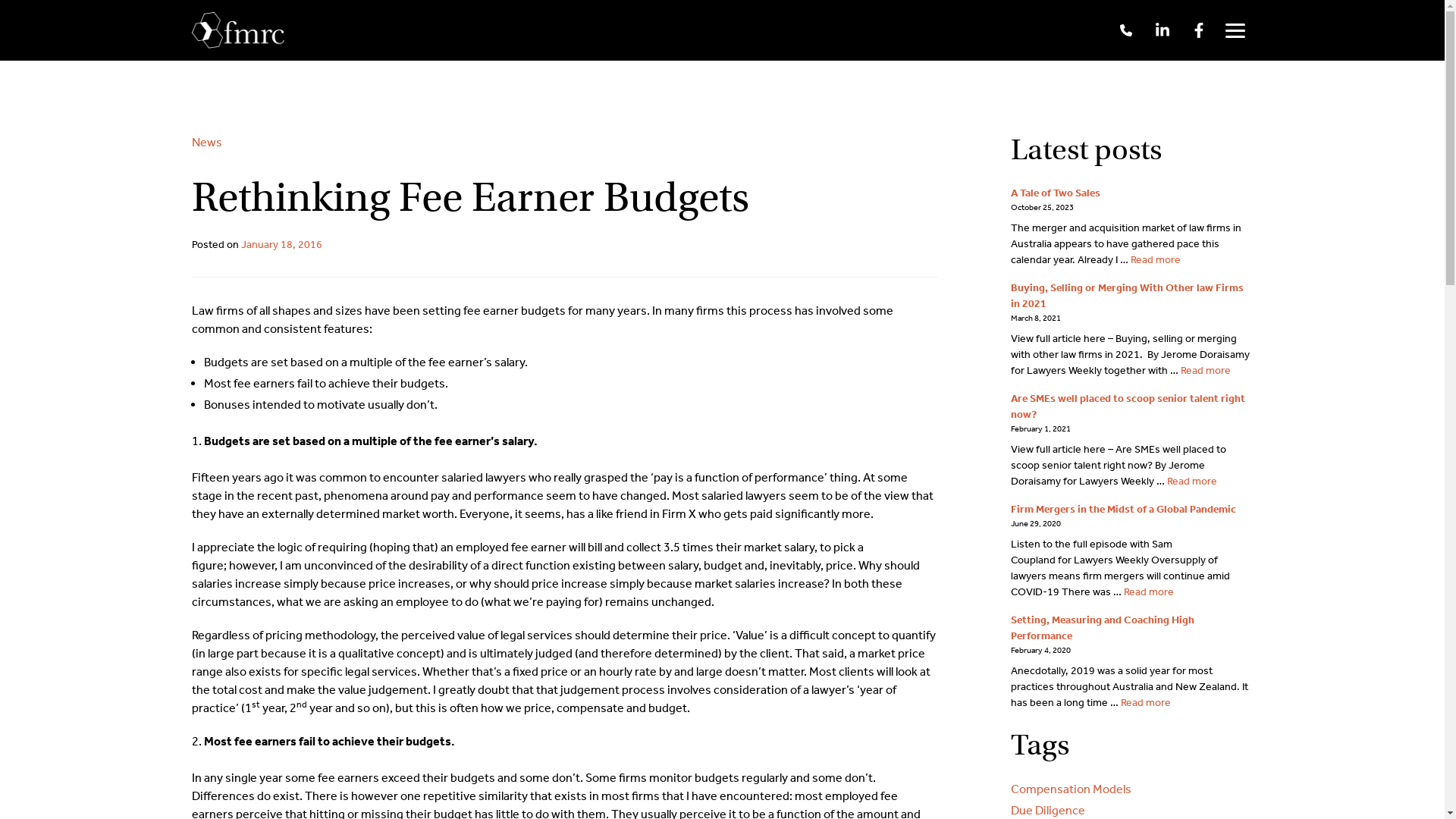 The image size is (1456, 819). Describe the element at coordinates (1126, 295) in the screenshot. I see `'Buying, Selling or Merging With Other law Firms in 2021'` at that location.